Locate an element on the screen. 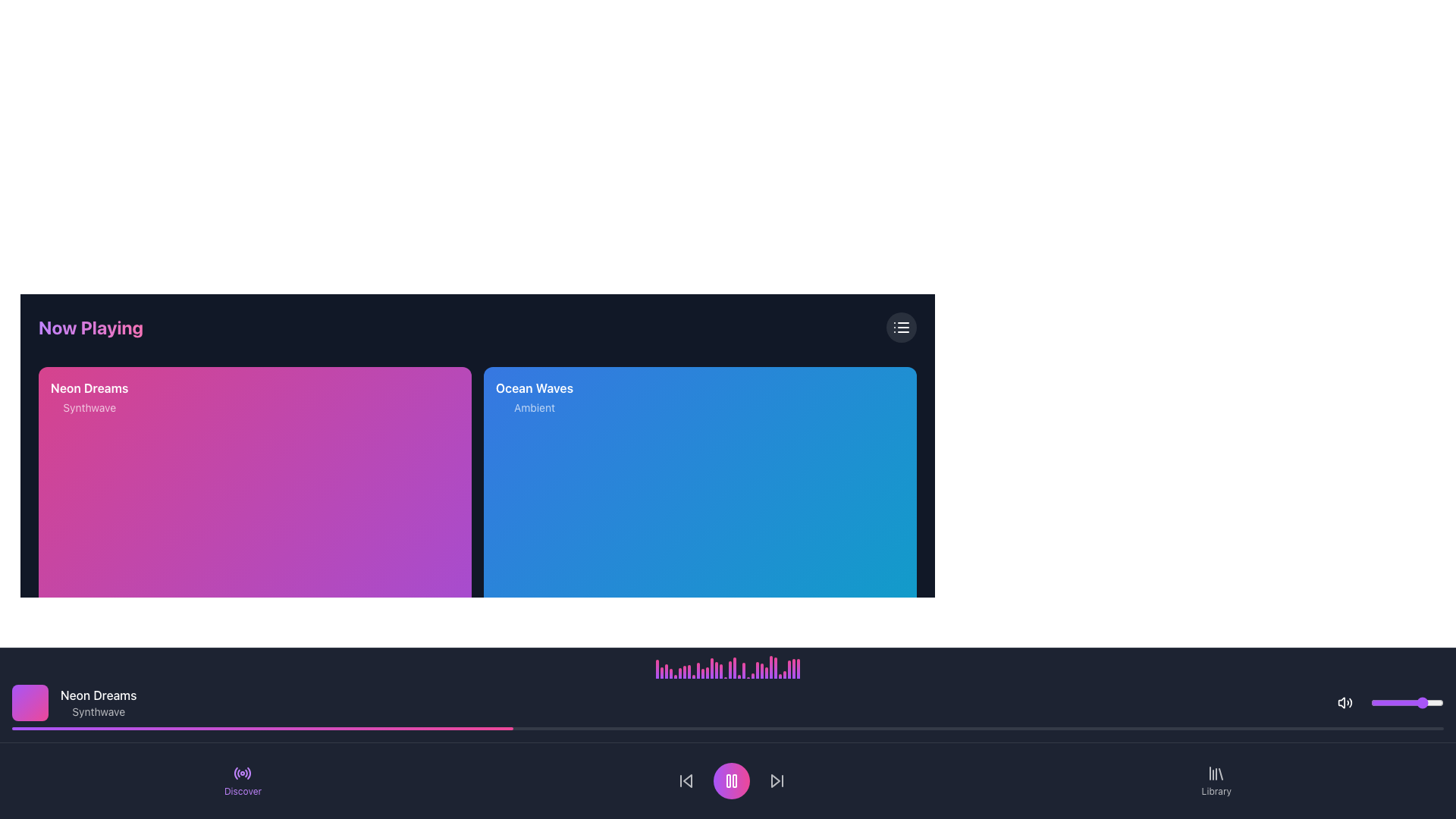  the 24th Visualization bar, which is part of a sequence of vertical bars above the media control section of the interface is located at coordinates (757, 674).